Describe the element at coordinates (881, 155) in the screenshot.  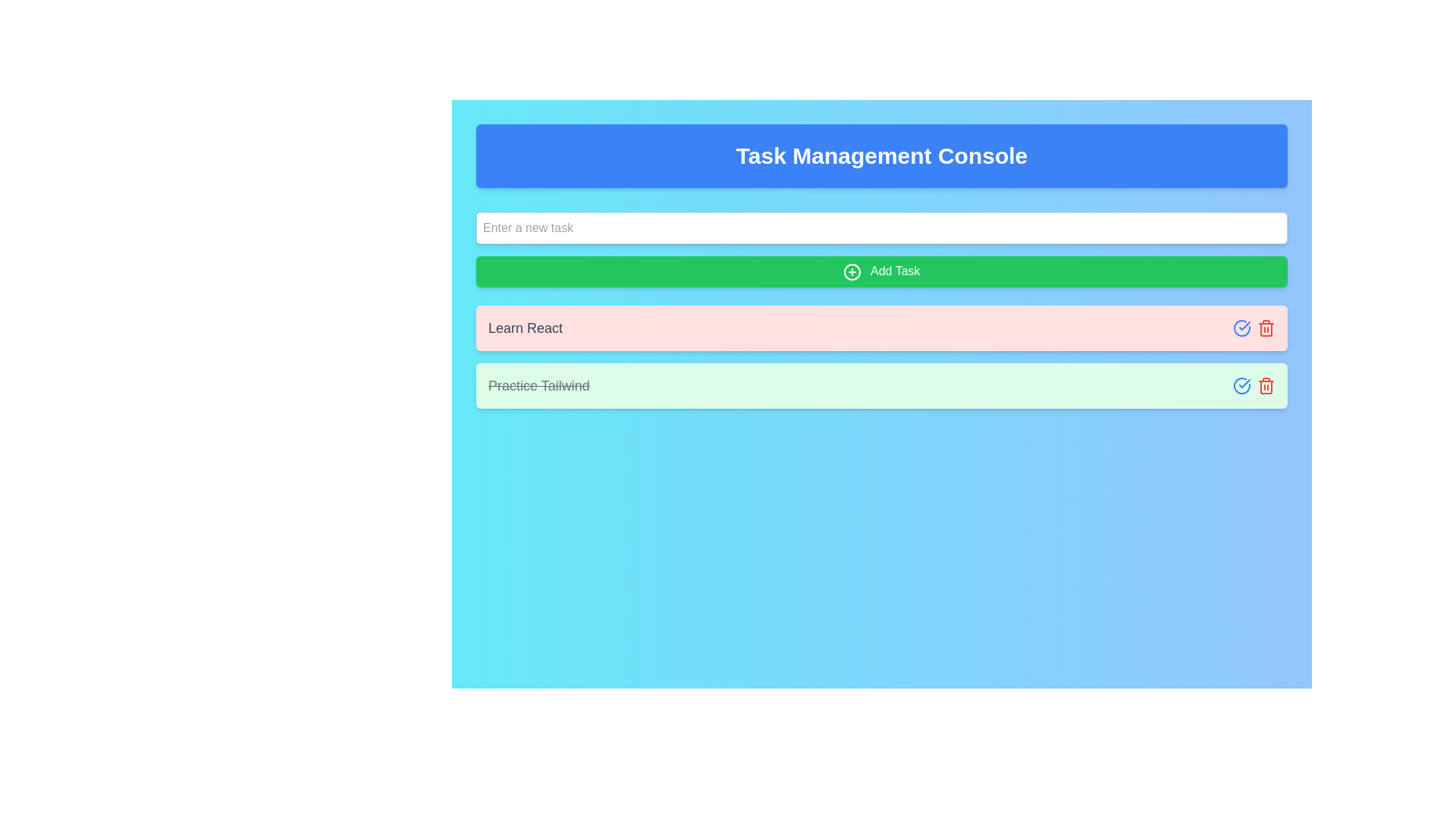
I see `the static text label with the blue background and white bold text reading 'Task Management Console', located at the top of the interface` at that location.